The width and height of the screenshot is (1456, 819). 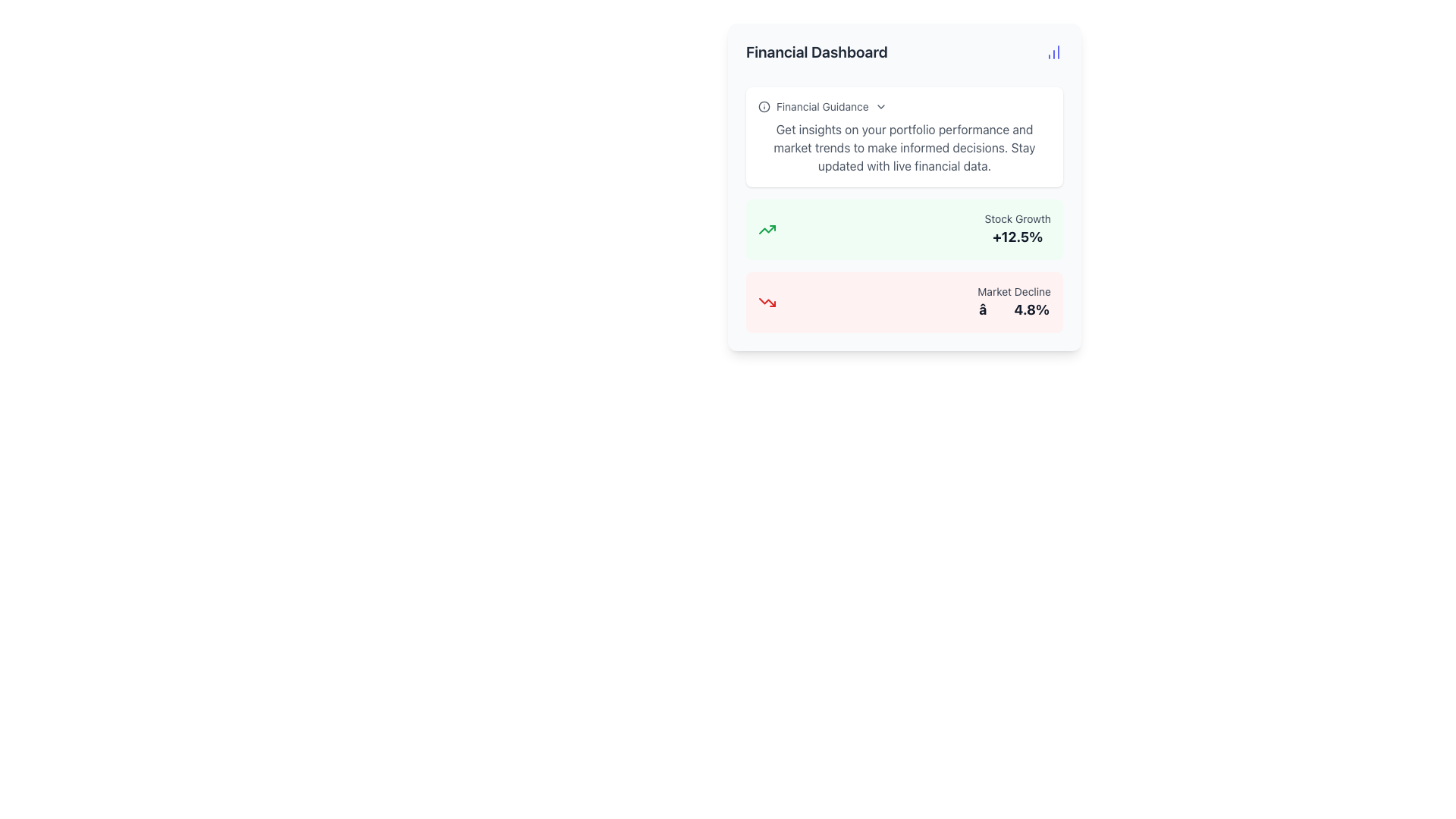 What do you see at coordinates (767, 302) in the screenshot?
I see `the market decline icon located in the bottom-left corner of the 'Market Decline -4.8%' section within the Financial Dashboard` at bounding box center [767, 302].